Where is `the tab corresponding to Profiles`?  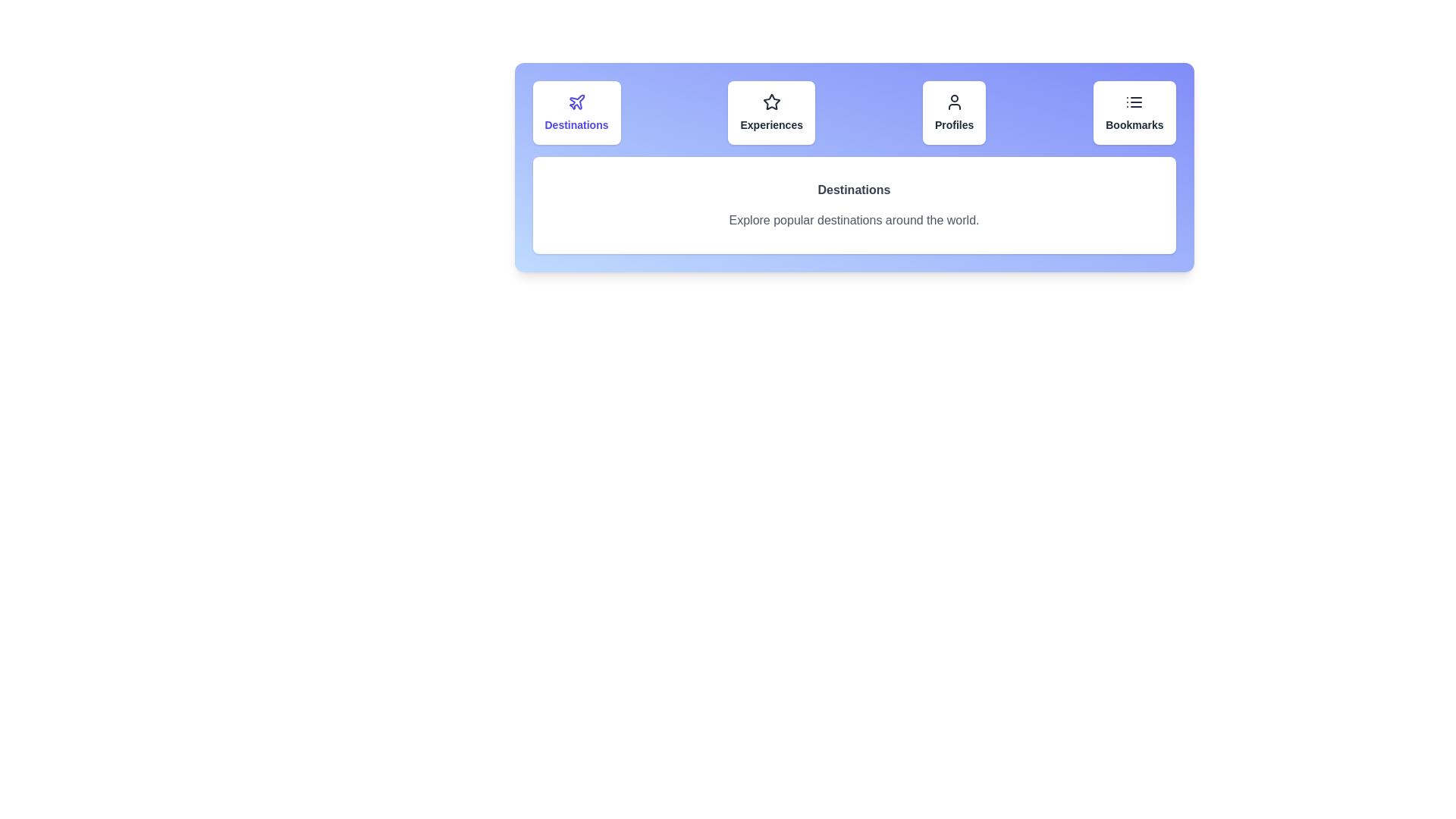 the tab corresponding to Profiles is located at coordinates (953, 112).